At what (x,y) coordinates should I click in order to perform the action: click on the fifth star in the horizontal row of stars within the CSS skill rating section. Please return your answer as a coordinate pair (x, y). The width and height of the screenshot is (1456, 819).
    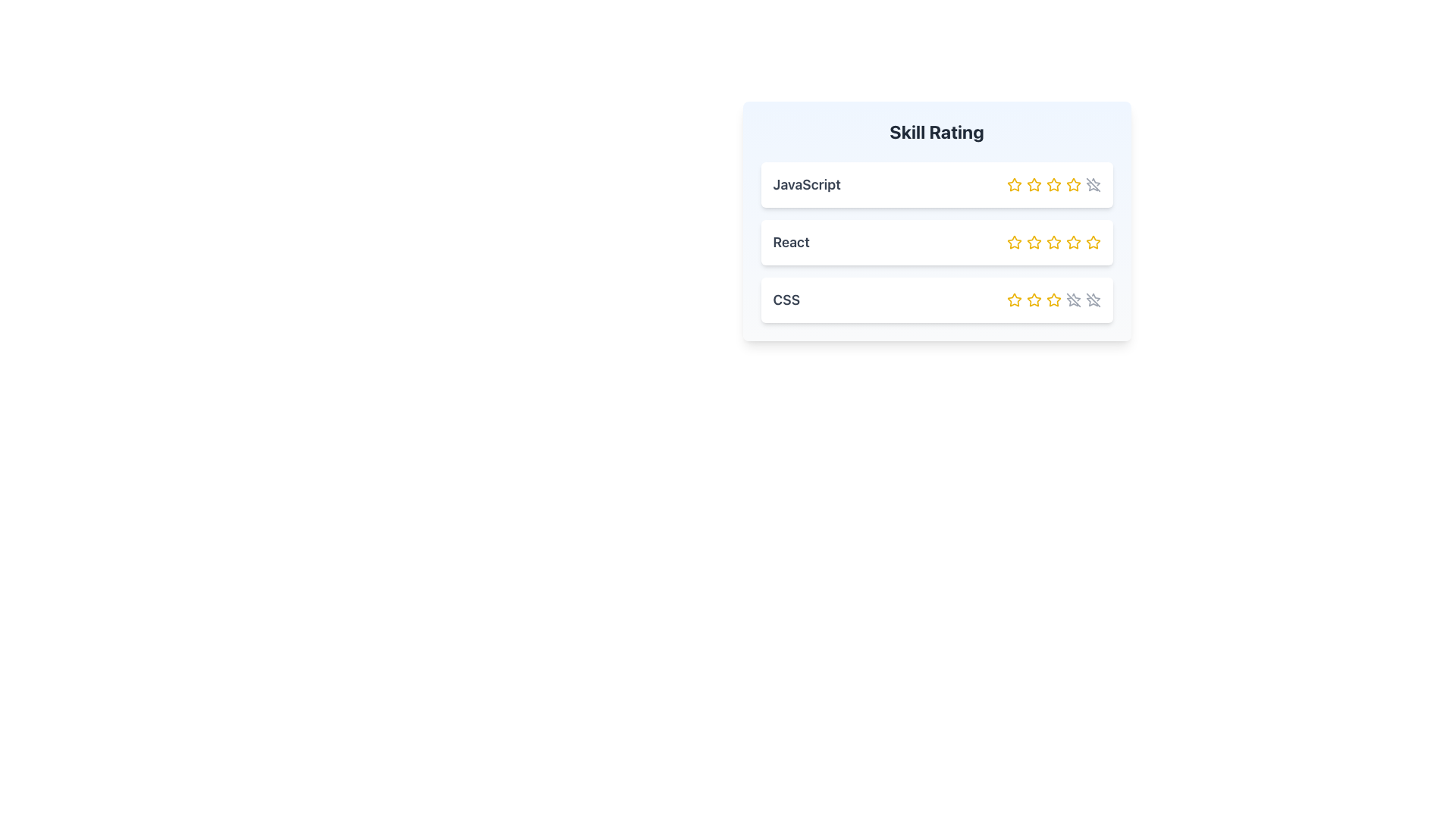
    Looking at the image, I should click on (1093, 300).